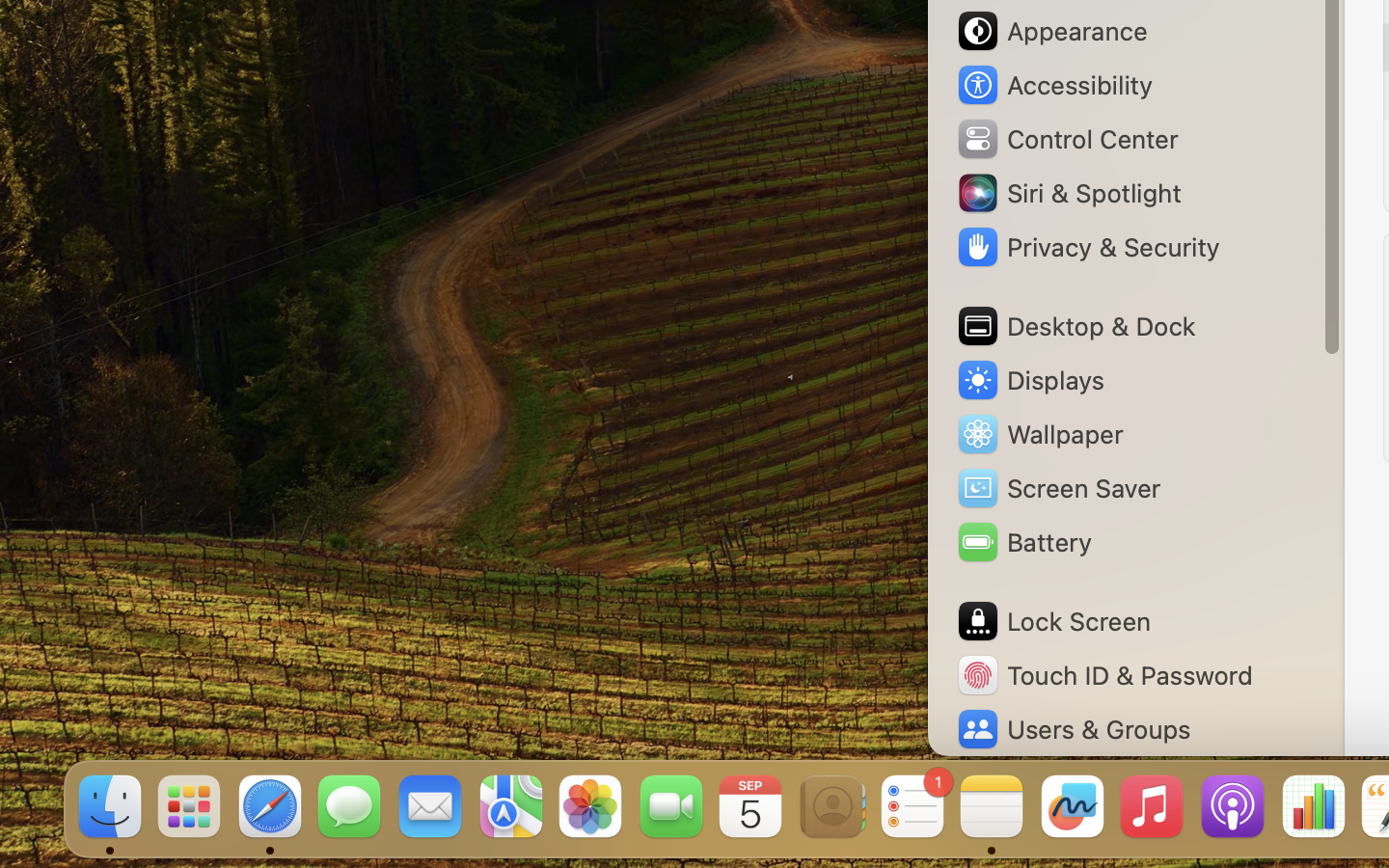 The height and width of the screenshot is (868, 1389). Describe the element at coordinates (1103, 674) in the screenshot. I see `'Touch ID & Password'` at that location.